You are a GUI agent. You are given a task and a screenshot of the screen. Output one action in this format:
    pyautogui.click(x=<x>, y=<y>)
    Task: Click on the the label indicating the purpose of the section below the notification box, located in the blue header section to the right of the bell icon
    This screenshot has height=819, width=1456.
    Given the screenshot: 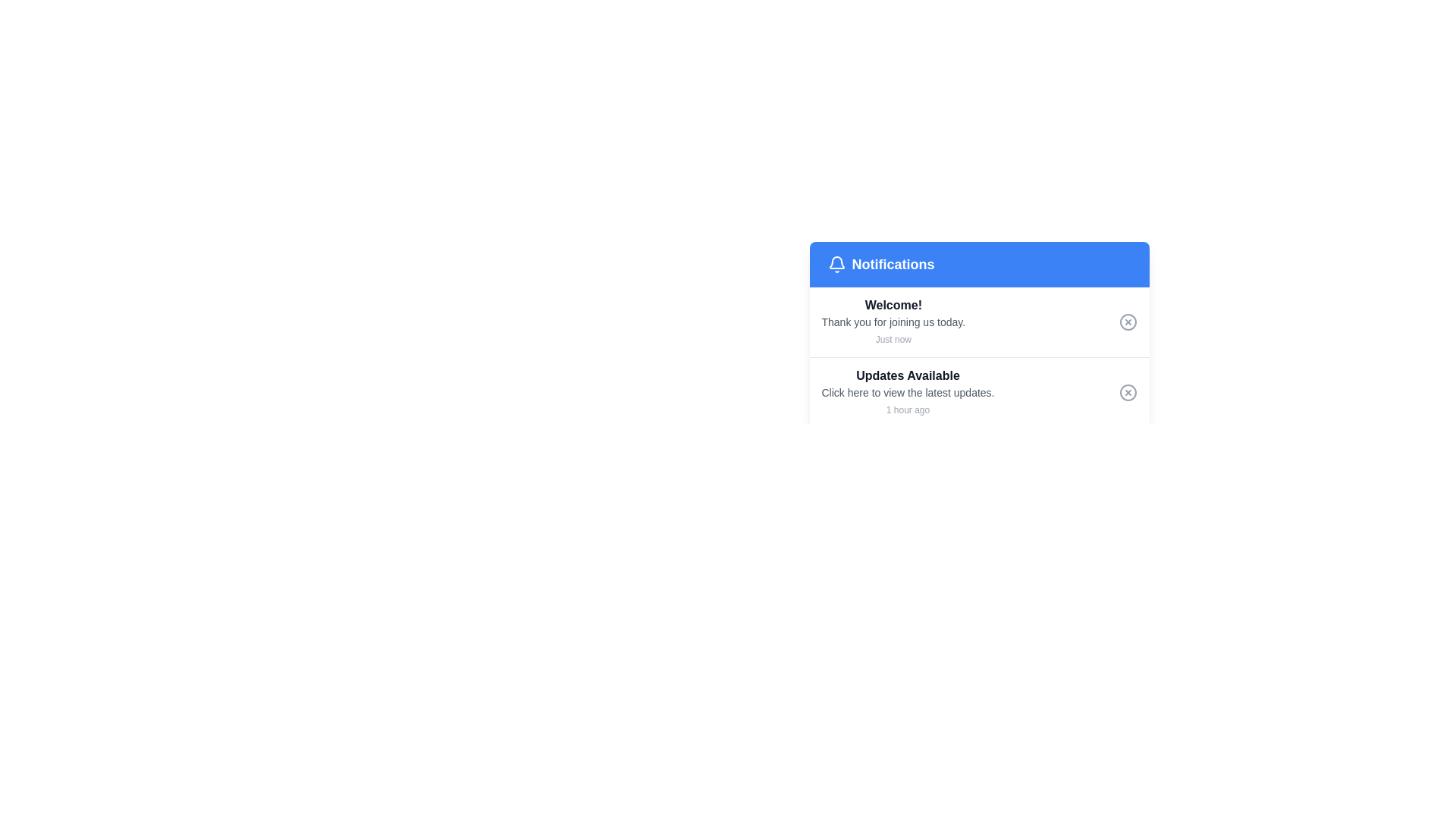 What is the action you would take?
    pyautogui.click(x=893, y=263)
    